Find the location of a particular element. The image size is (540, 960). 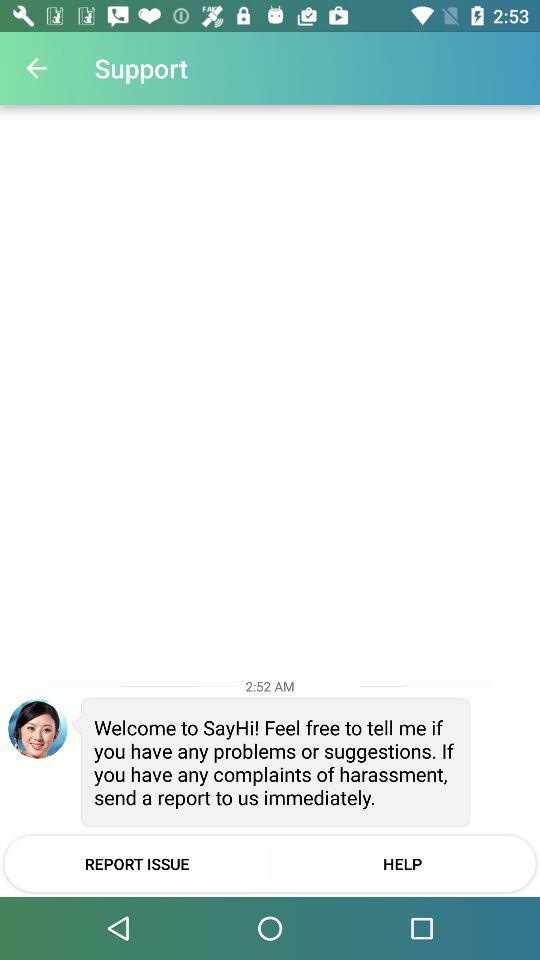

help is located at coordinates (402, 862).